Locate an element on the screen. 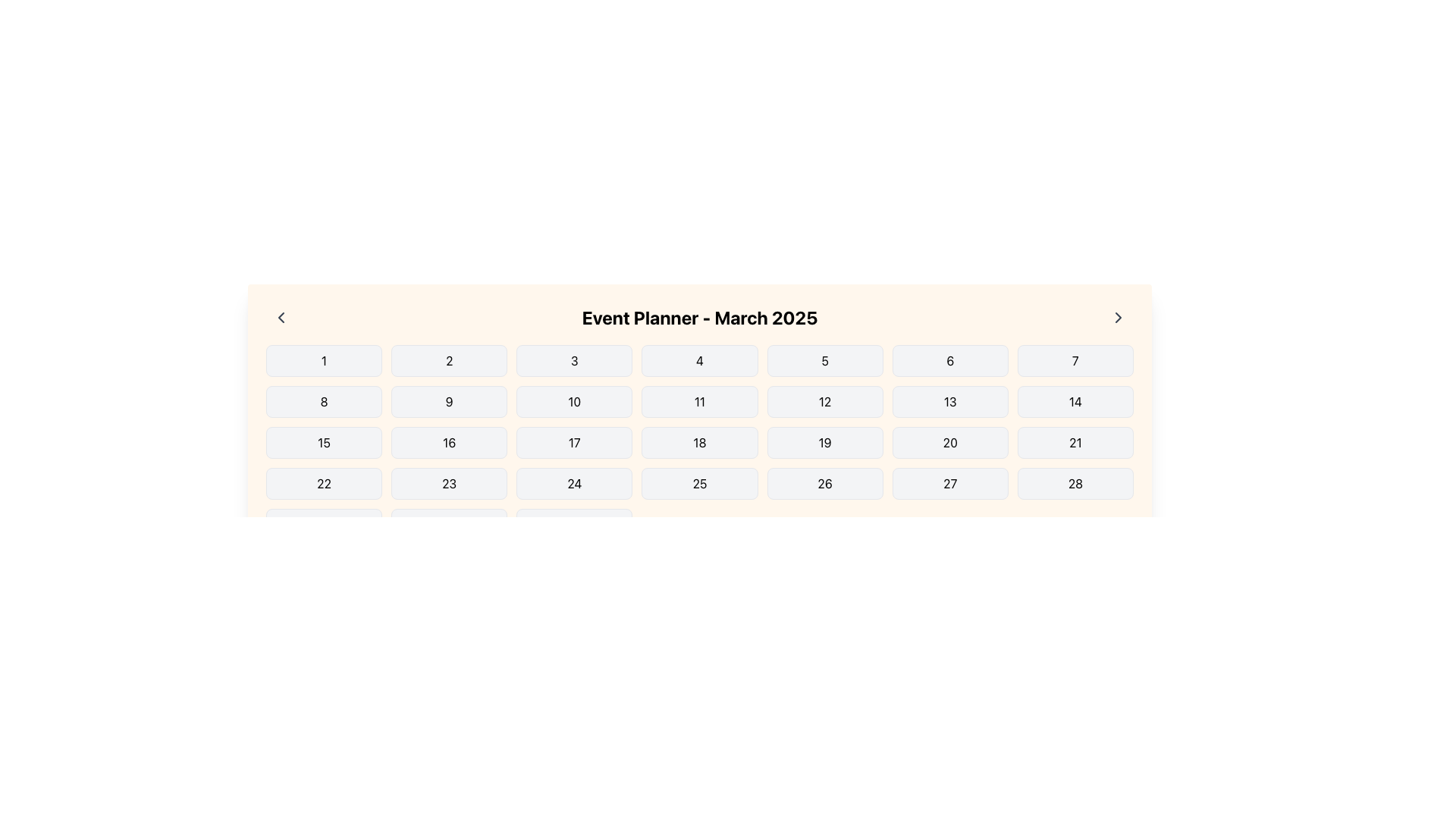 The height and width of the screenshot is (819, 1456). the left-pointing chevron arrow icon located in the upper-left corner of the header section, to the left of the title 'Event Planner - March 2025' is located at coordinates (281, 317).